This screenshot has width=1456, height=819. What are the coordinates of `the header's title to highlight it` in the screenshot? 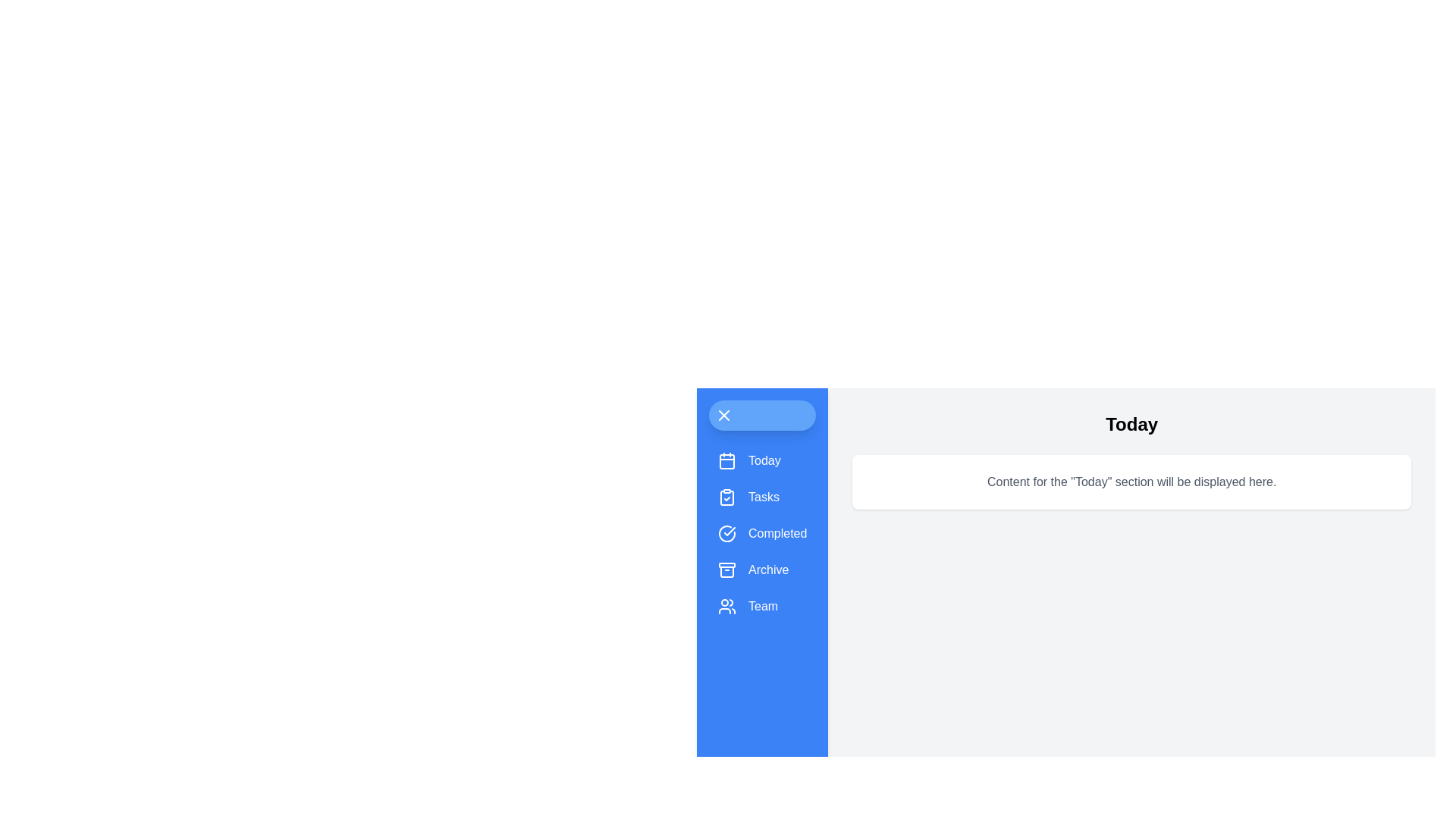 It's located at (1131, 424).